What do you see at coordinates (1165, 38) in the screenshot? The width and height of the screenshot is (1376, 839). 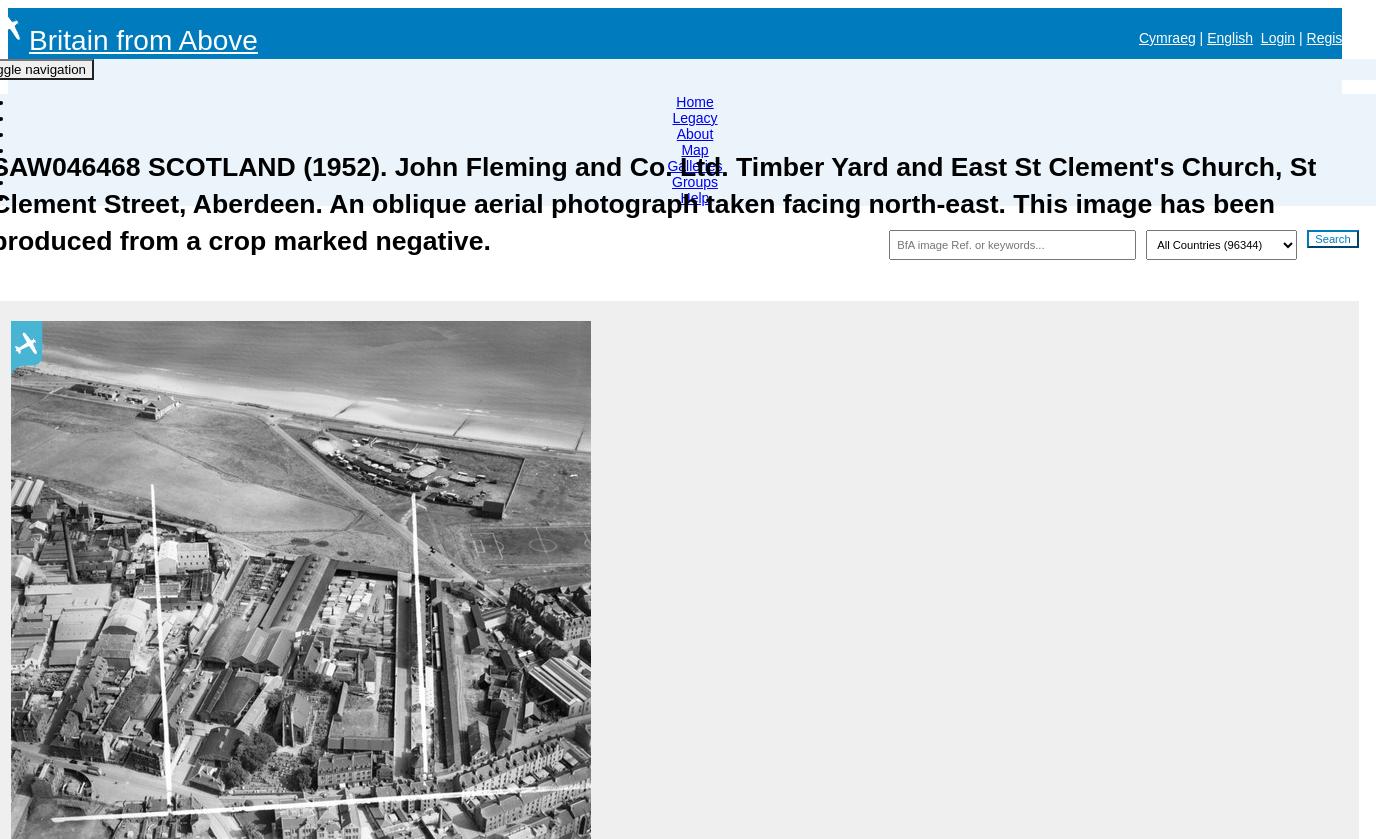 I see `'Cymraeg'` at bounding box center [1165, 38].